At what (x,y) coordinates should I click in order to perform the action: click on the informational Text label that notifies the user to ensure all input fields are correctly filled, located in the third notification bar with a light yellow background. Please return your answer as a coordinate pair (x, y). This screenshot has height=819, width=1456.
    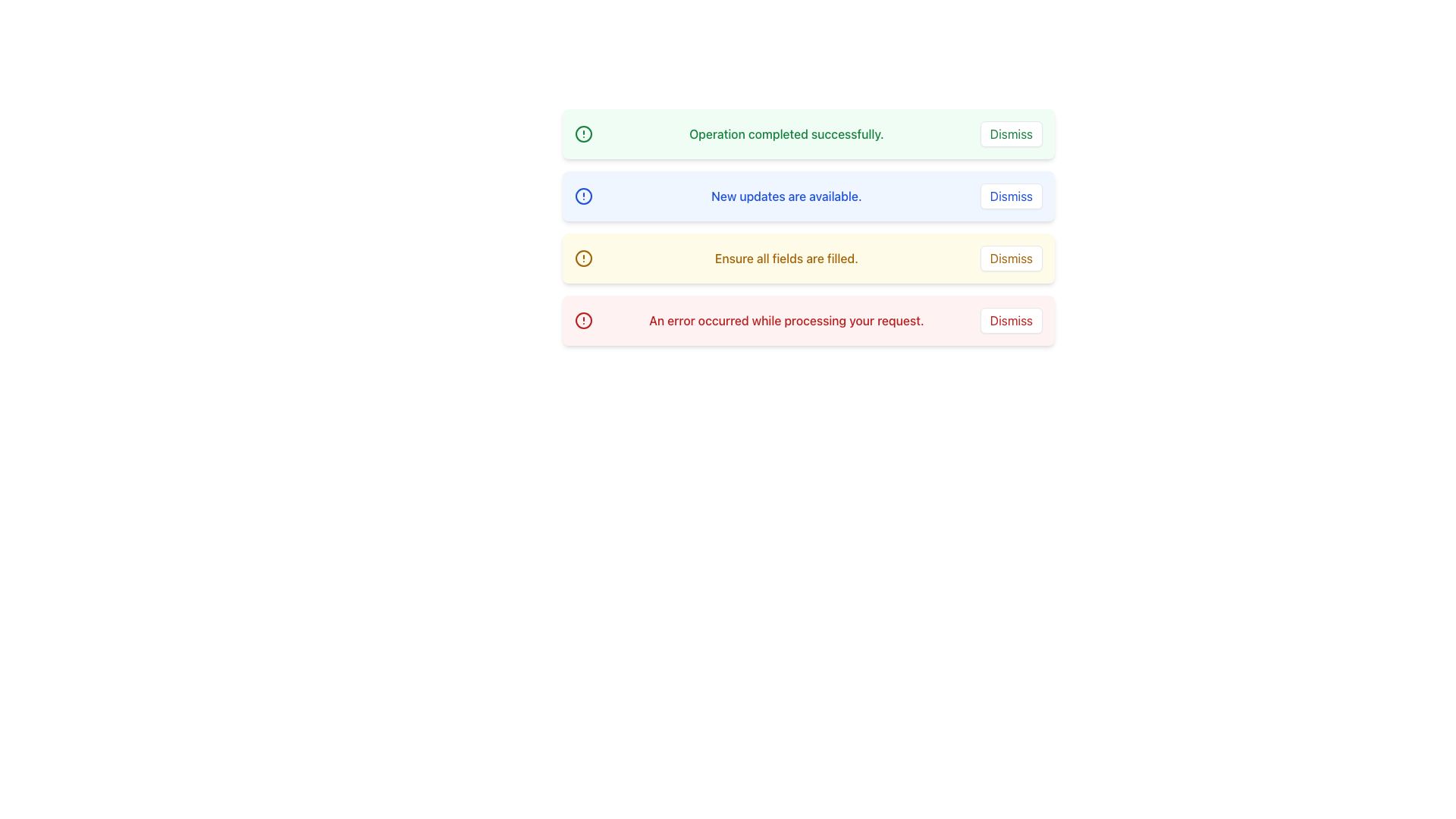
    Looking at the image, I should click on (786, 257).